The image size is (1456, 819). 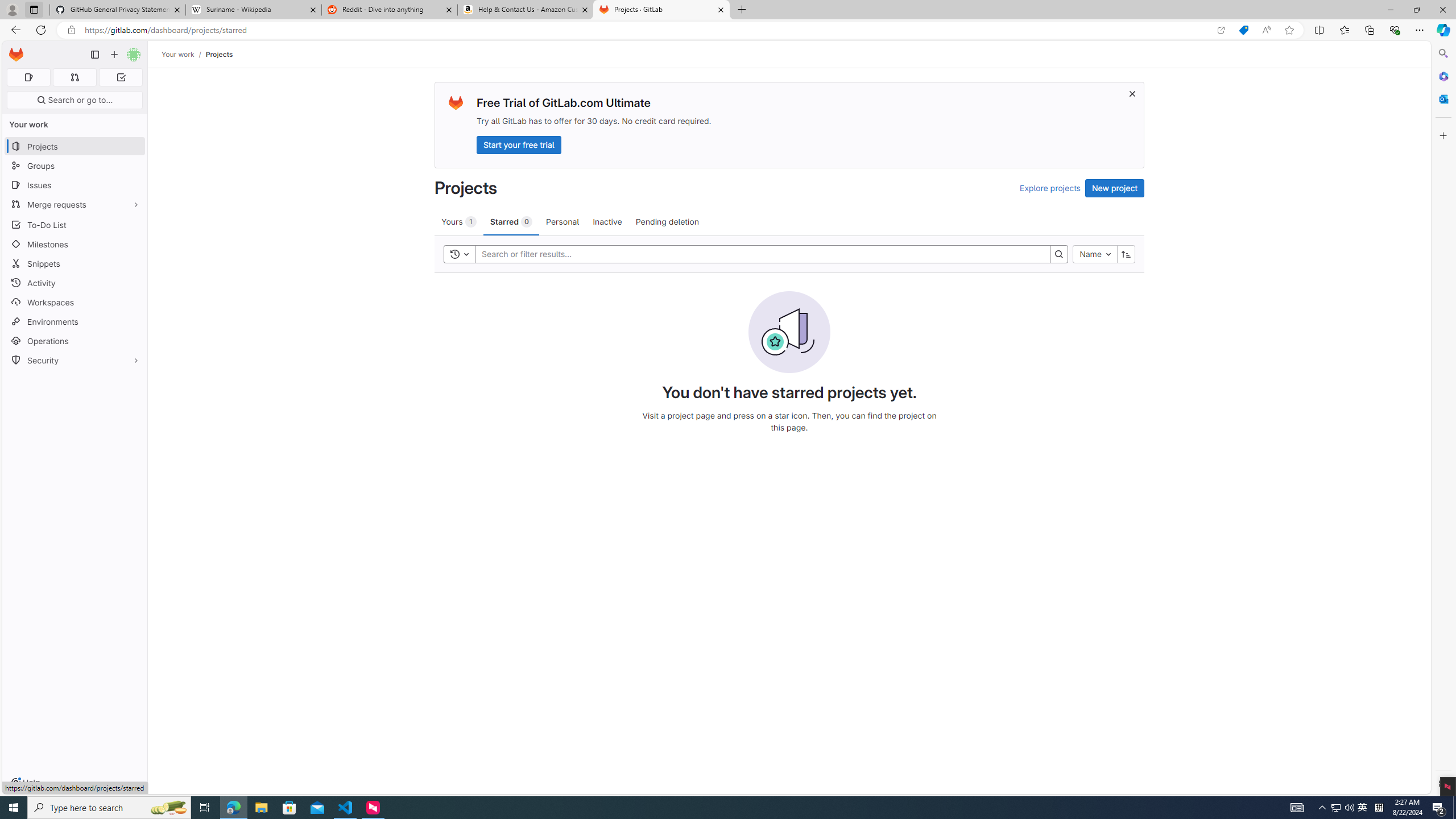 I want to click on 'Groups', so click(x=74, y=166).